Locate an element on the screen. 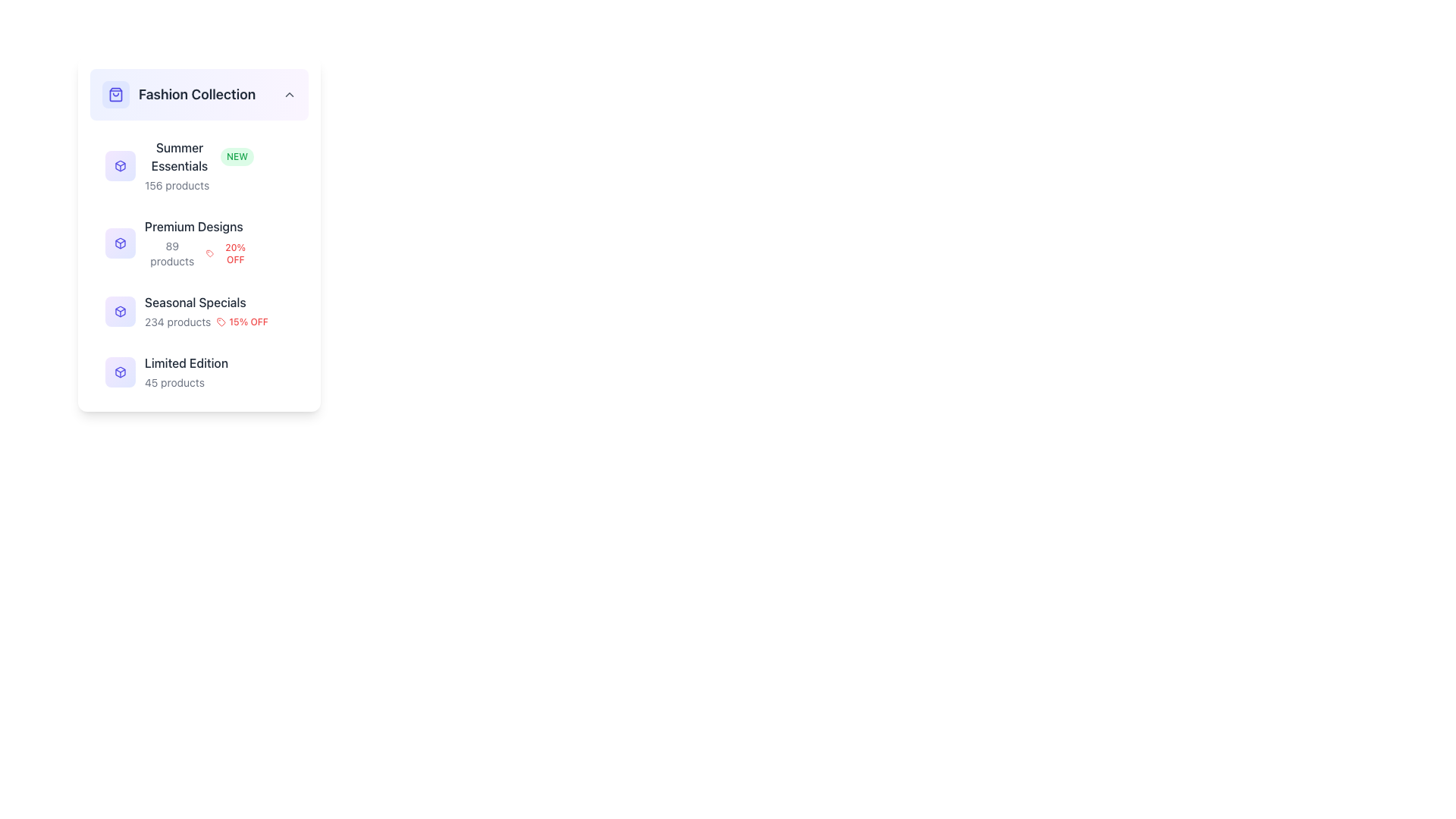 This screenshot has height=819, width=1456. the Text Label that serves as a section label for seasonal special products, located in the sidebar labeled 'Fashion Collection', positioned between 'Premium Designs' and 'Limited Edition' is located at coordinates (211, 302).